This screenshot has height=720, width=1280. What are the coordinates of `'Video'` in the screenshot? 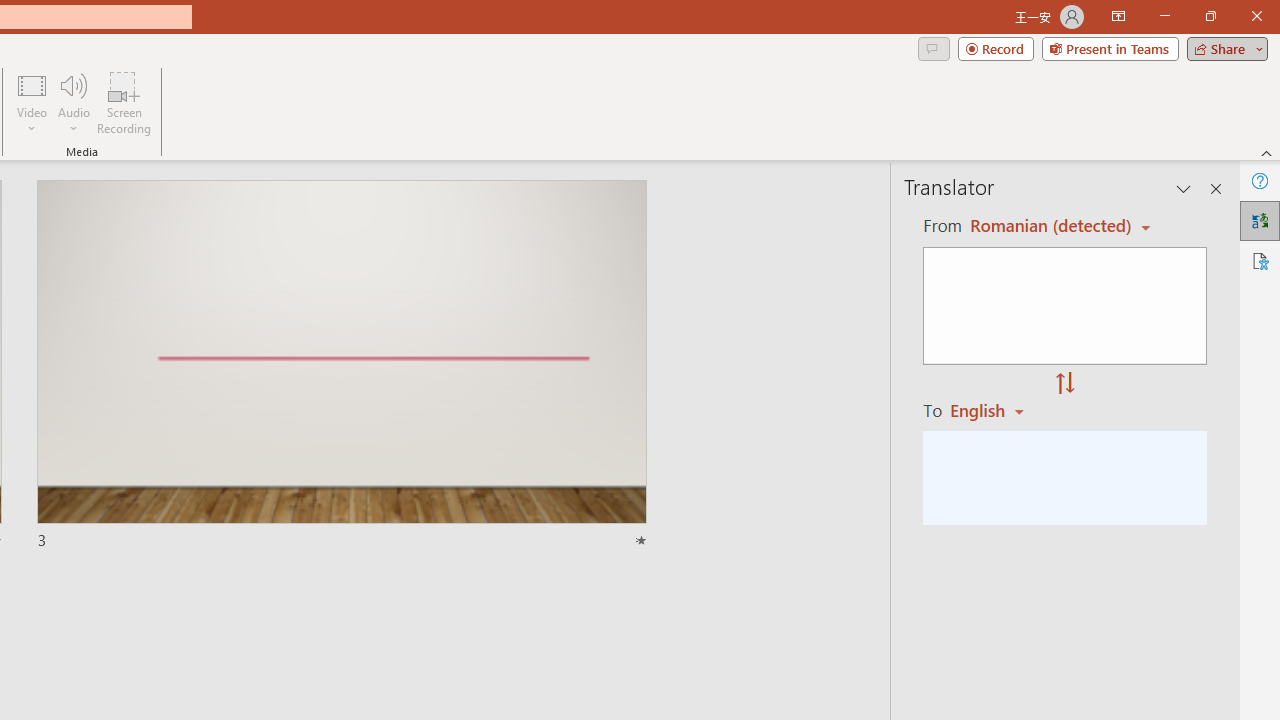 It's located at (32, 103).